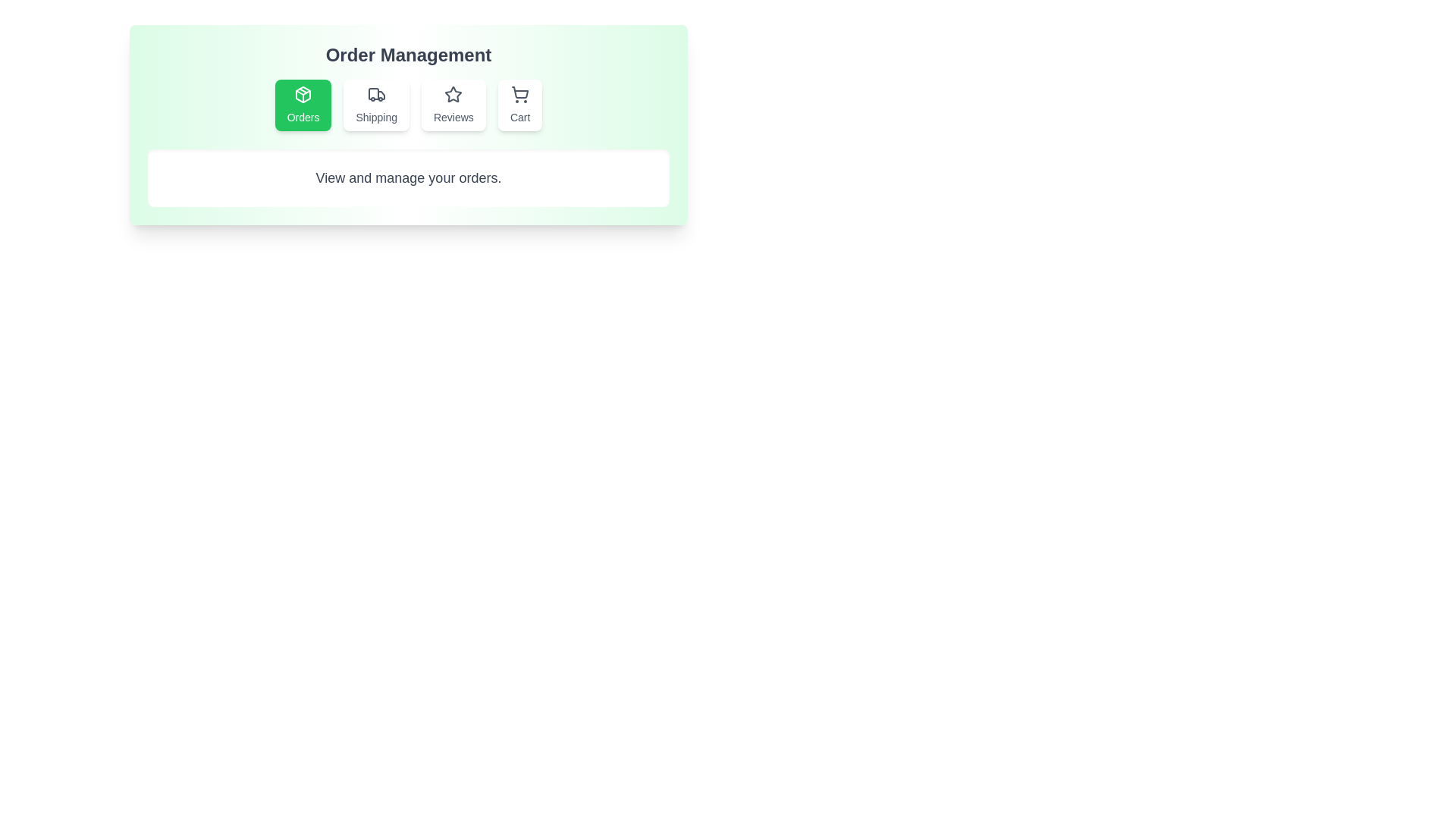 The width and height of the screenshot is (1456, 819). Describe the element at coordinates (303, 104) in the screenshot. I see `the 'Orders' button, which is a rounded rectangular button with a green background, white text, and an icon resembling a package, to observe any tooltip or style change` at that location.